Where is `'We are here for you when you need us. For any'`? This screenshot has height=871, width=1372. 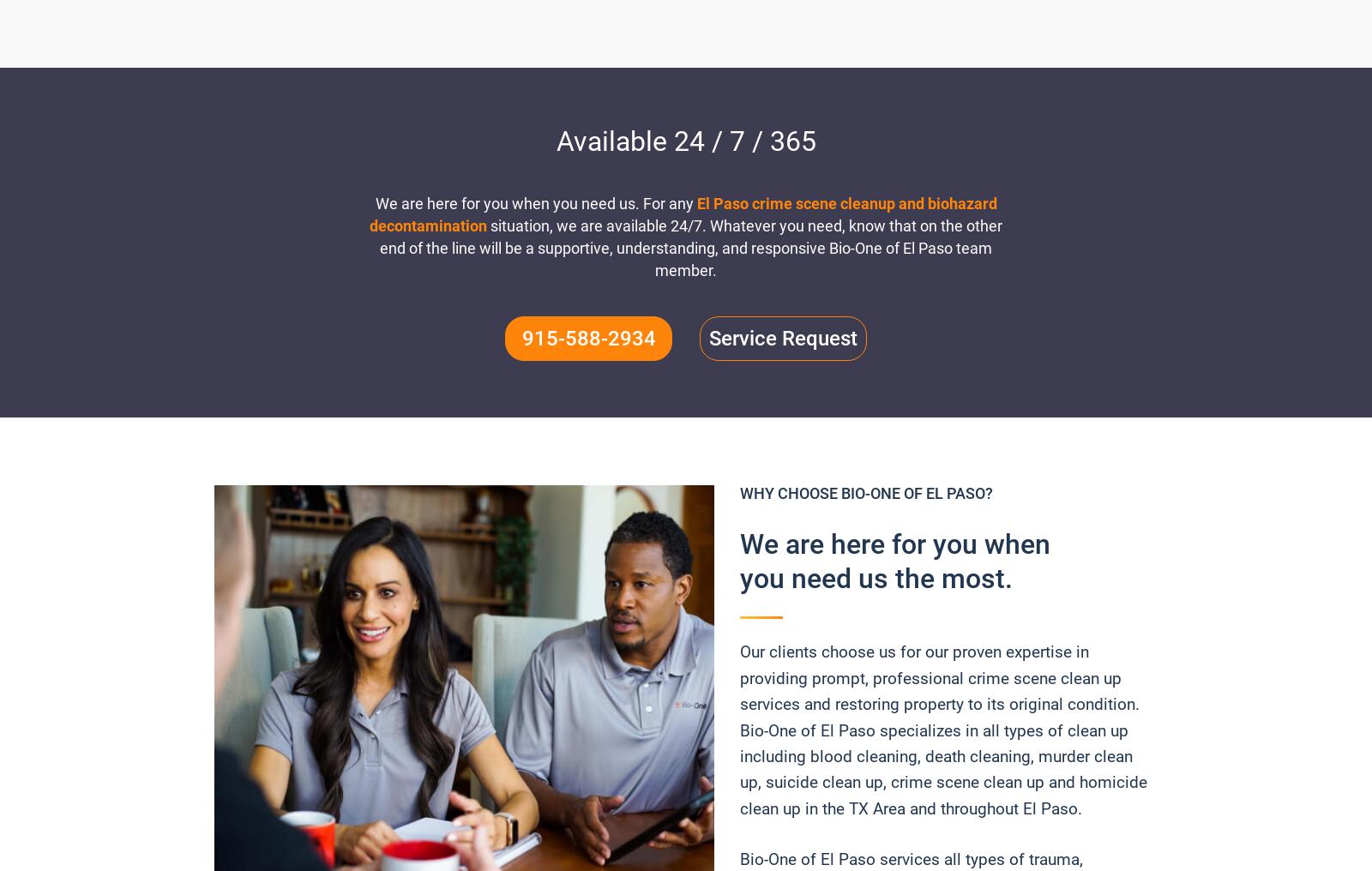
'We are here for you when you need us. For any' is located at coordinates (535, 202).